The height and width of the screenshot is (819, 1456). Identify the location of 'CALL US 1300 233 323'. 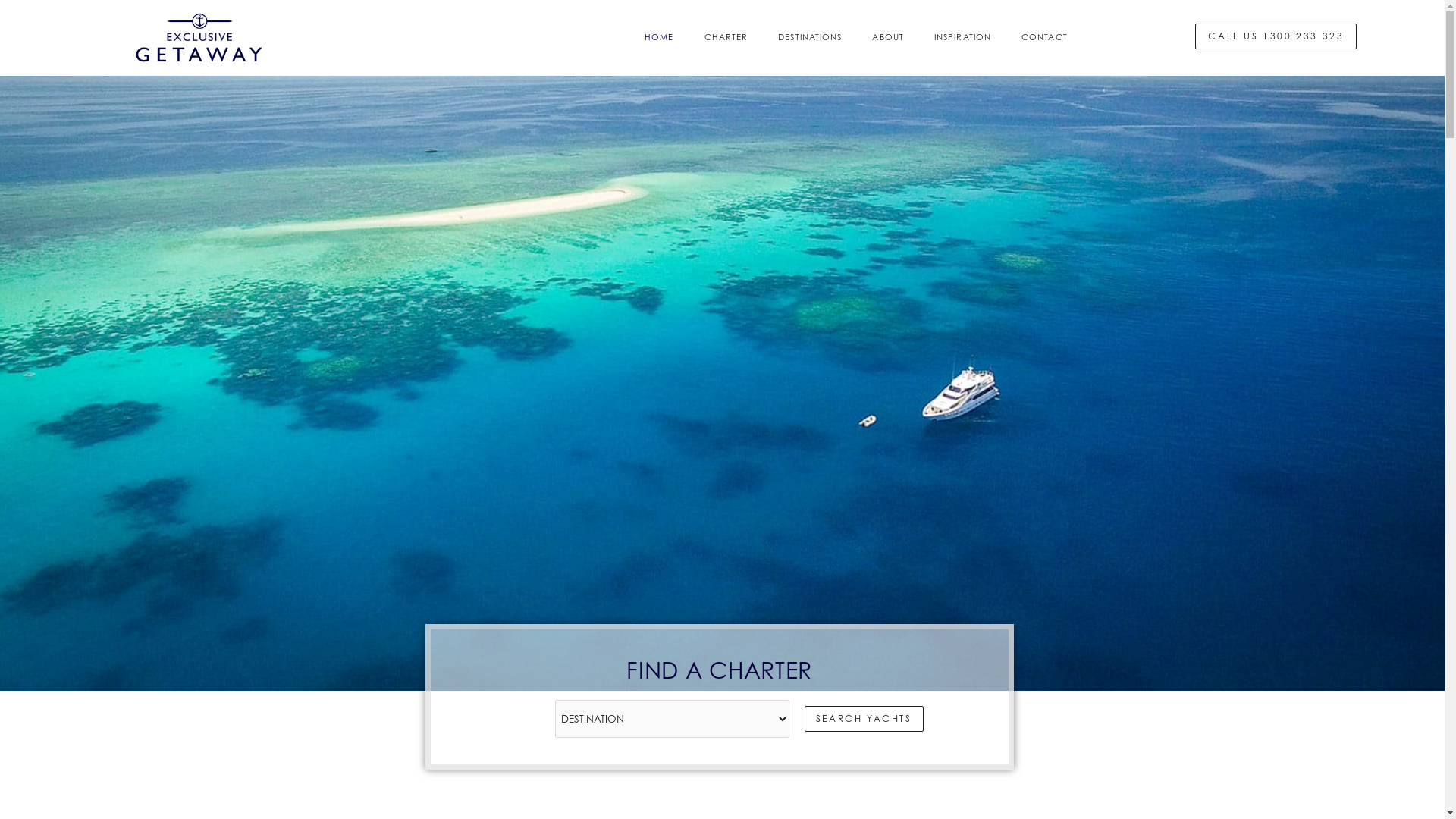
(1275, 61).